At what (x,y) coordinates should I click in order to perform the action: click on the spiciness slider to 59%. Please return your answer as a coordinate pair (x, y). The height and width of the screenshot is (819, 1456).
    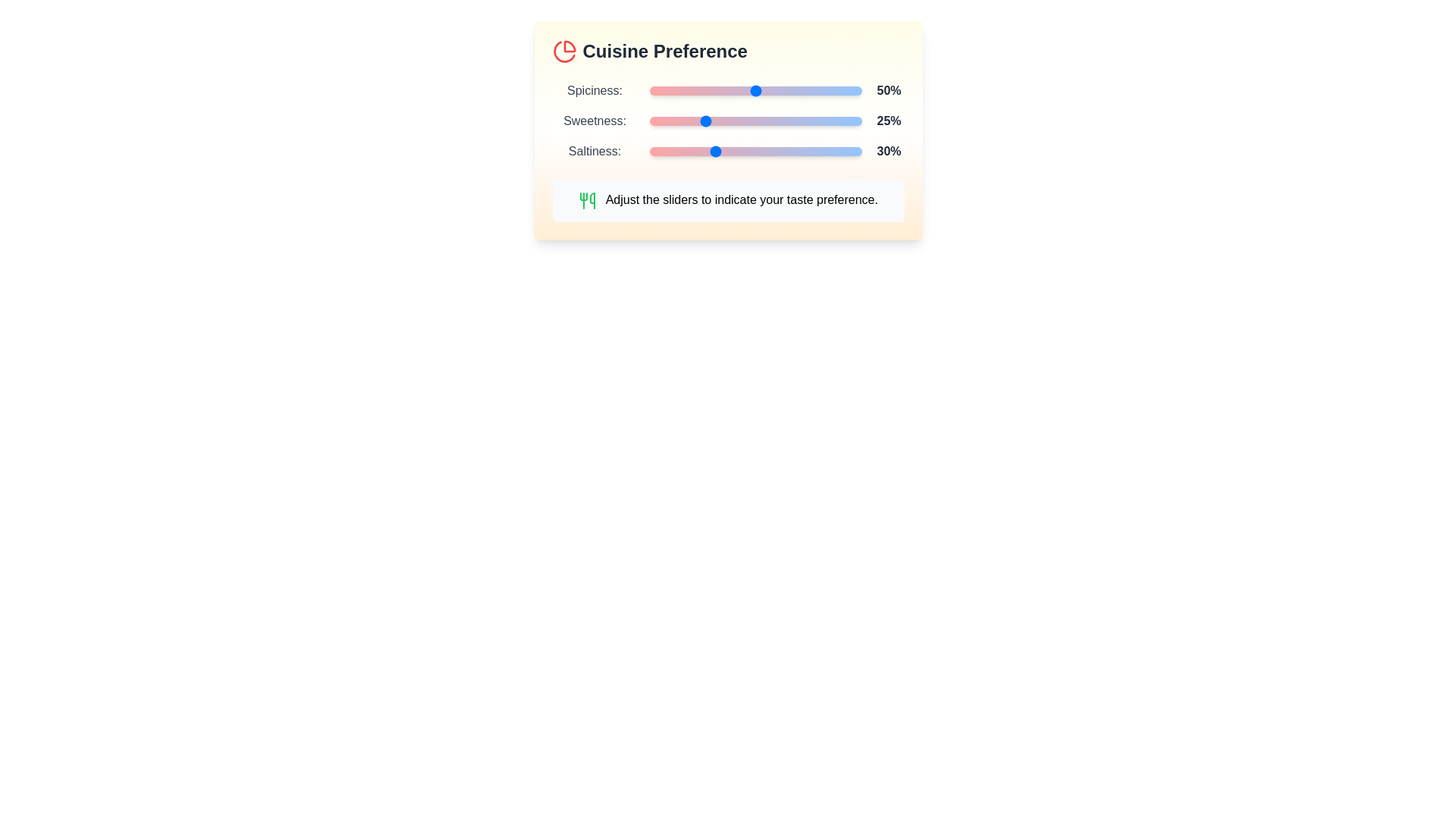
    Looking at the image, I should click on (774, 90).